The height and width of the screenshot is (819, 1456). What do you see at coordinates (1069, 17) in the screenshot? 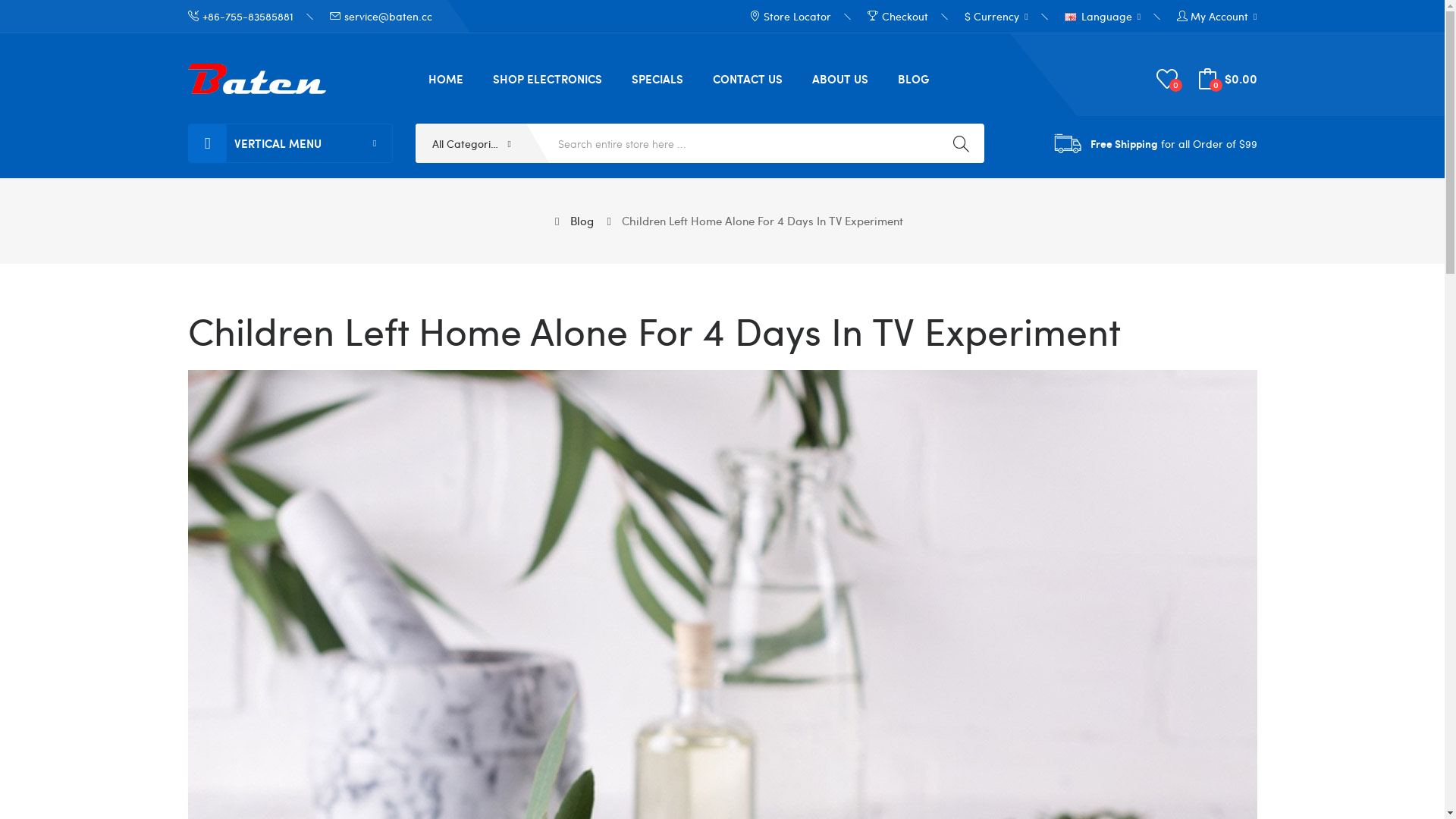
I see `'English'` at bounding box center [1069, 17].